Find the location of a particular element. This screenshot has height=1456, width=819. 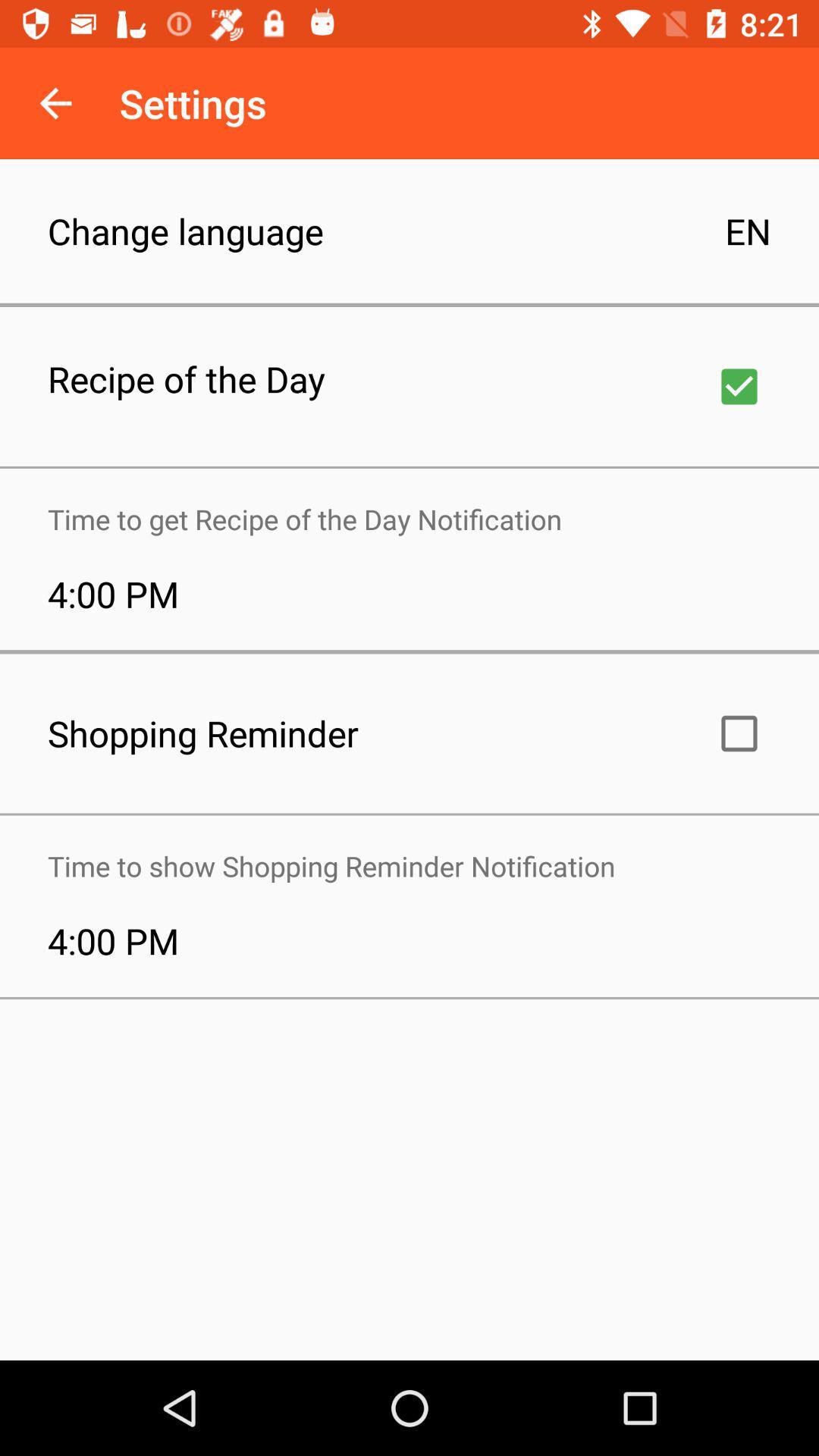

item to the left of the settings icon is located at coordinates (55, 102).